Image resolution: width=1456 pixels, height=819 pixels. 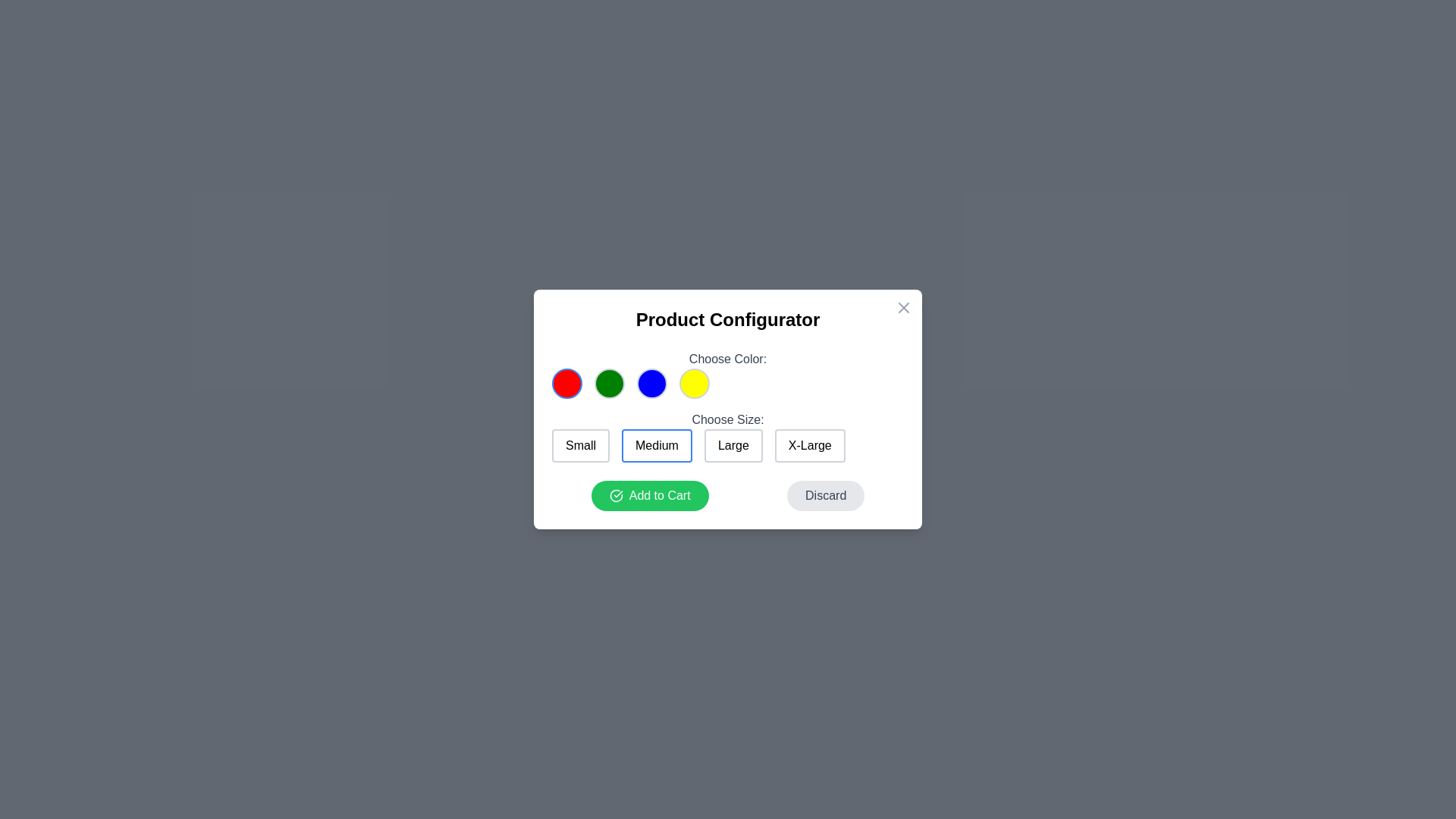 I want to click on the 'Large' button using tab navigation, which is the third button under the 'Choose Size:' heading in the 'Product Configurator' modal, so click(x=728, y=444).